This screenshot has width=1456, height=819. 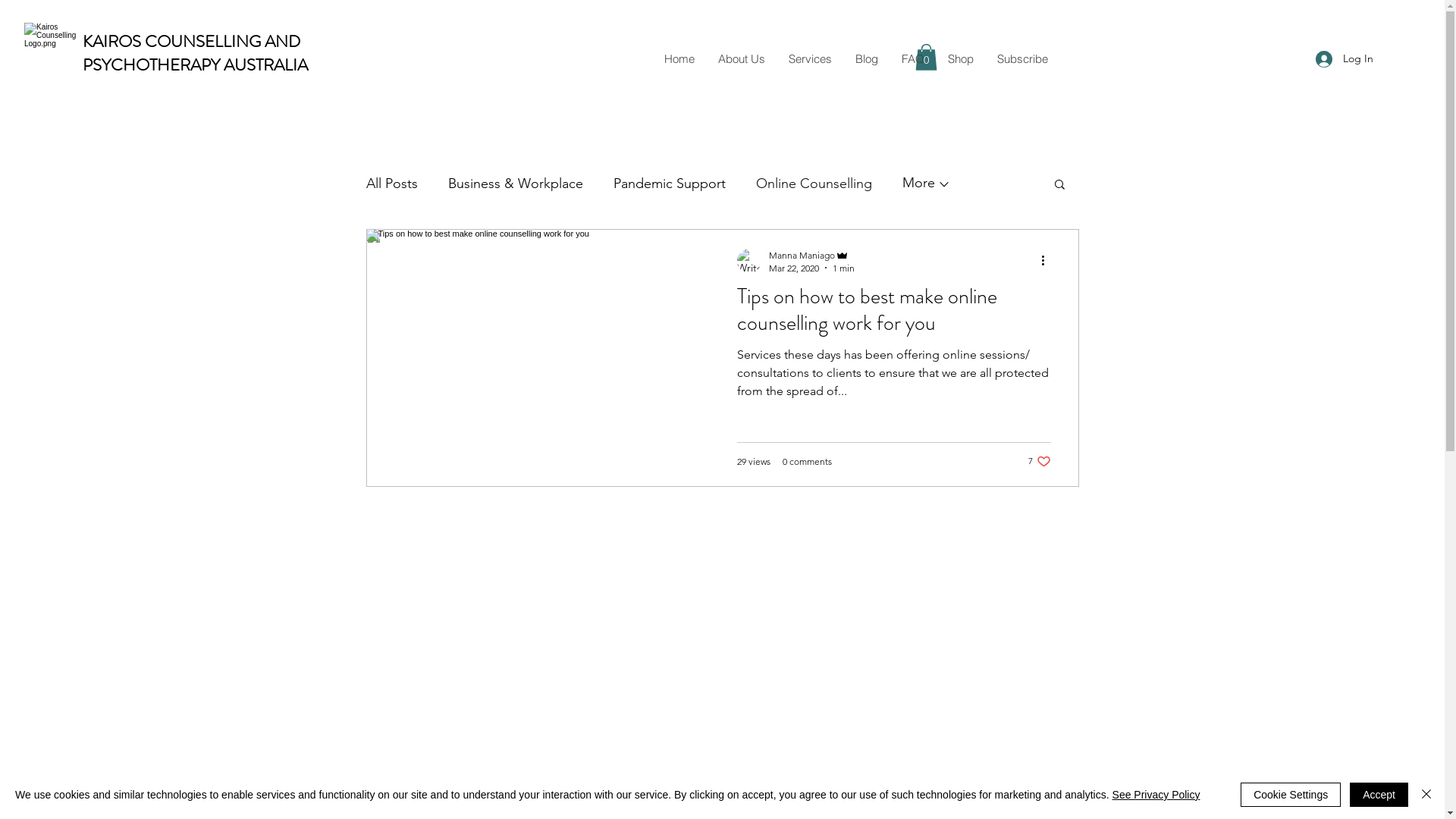 What do you see at coordinates (194, 52) in the screenshot?
I see `'KAIROS COUNSELLING AND PSYCHOTHERAPY AUSTRALIA'` at bounding box center [194, 52].